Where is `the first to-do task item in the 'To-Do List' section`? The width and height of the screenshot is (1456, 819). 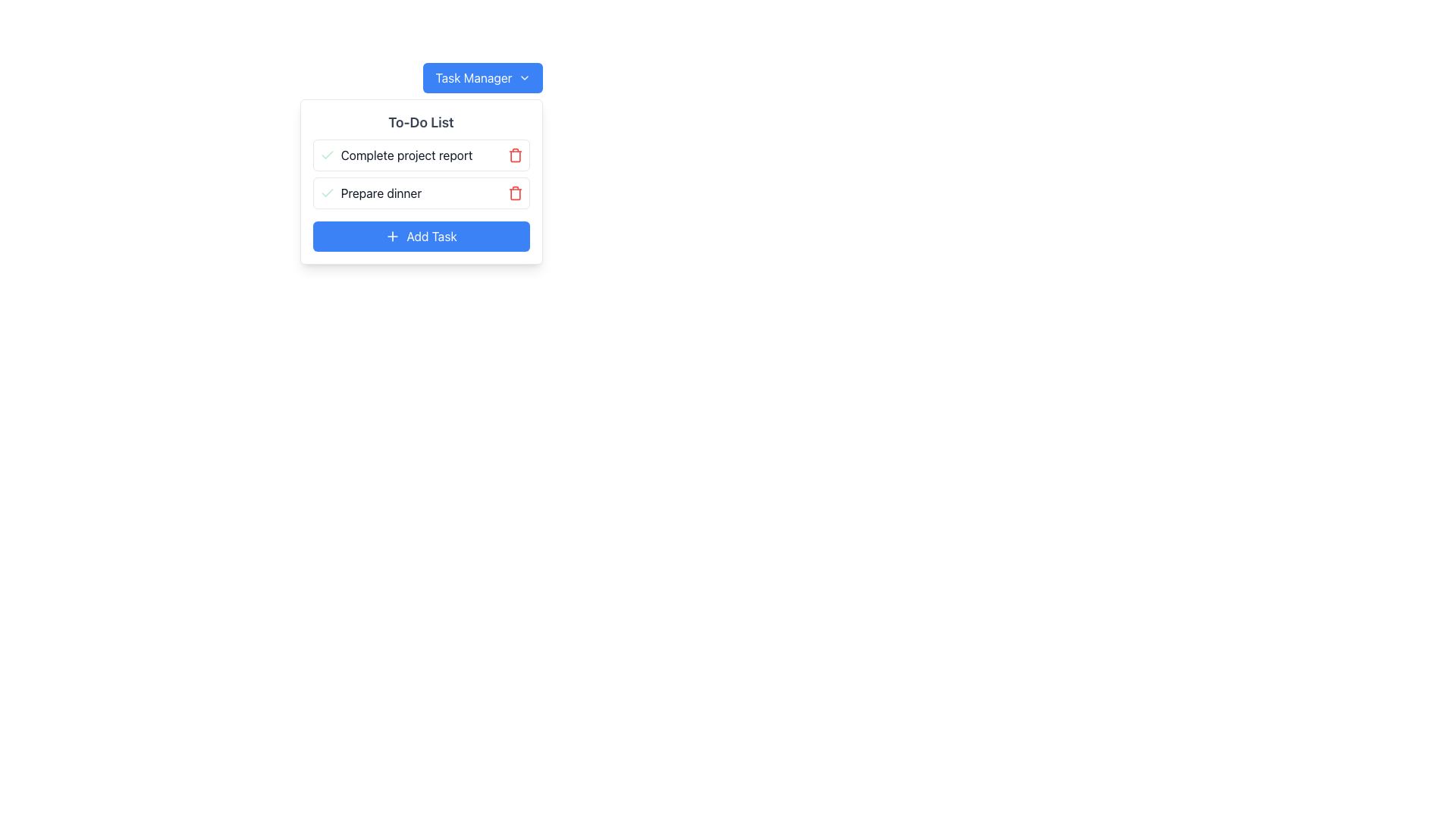
the first to-do task item in the 'To-Do List' section is located at coordinates (421, 155).